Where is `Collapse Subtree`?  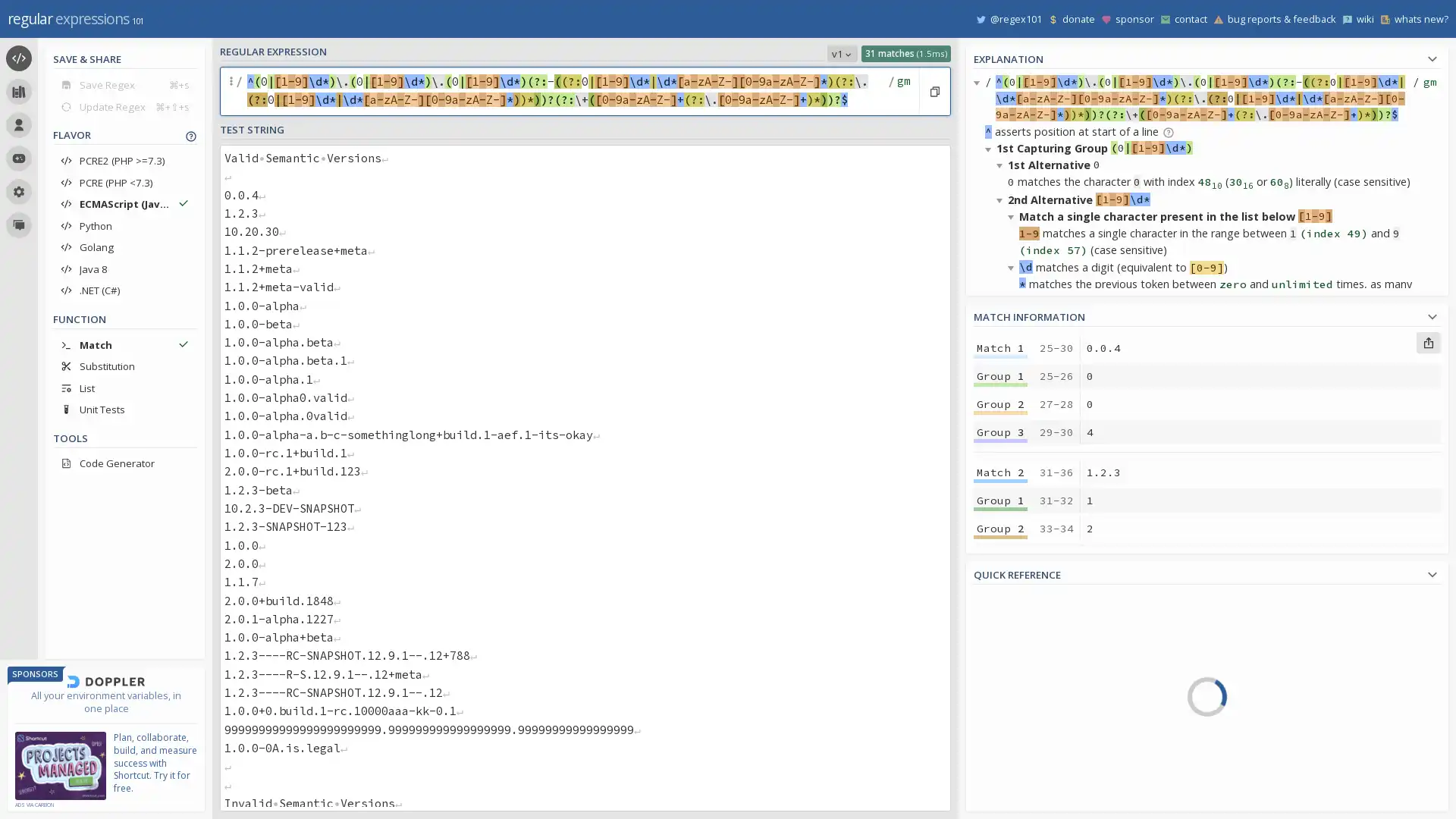
Collapse Subtree is located at coordinates (990, 336).